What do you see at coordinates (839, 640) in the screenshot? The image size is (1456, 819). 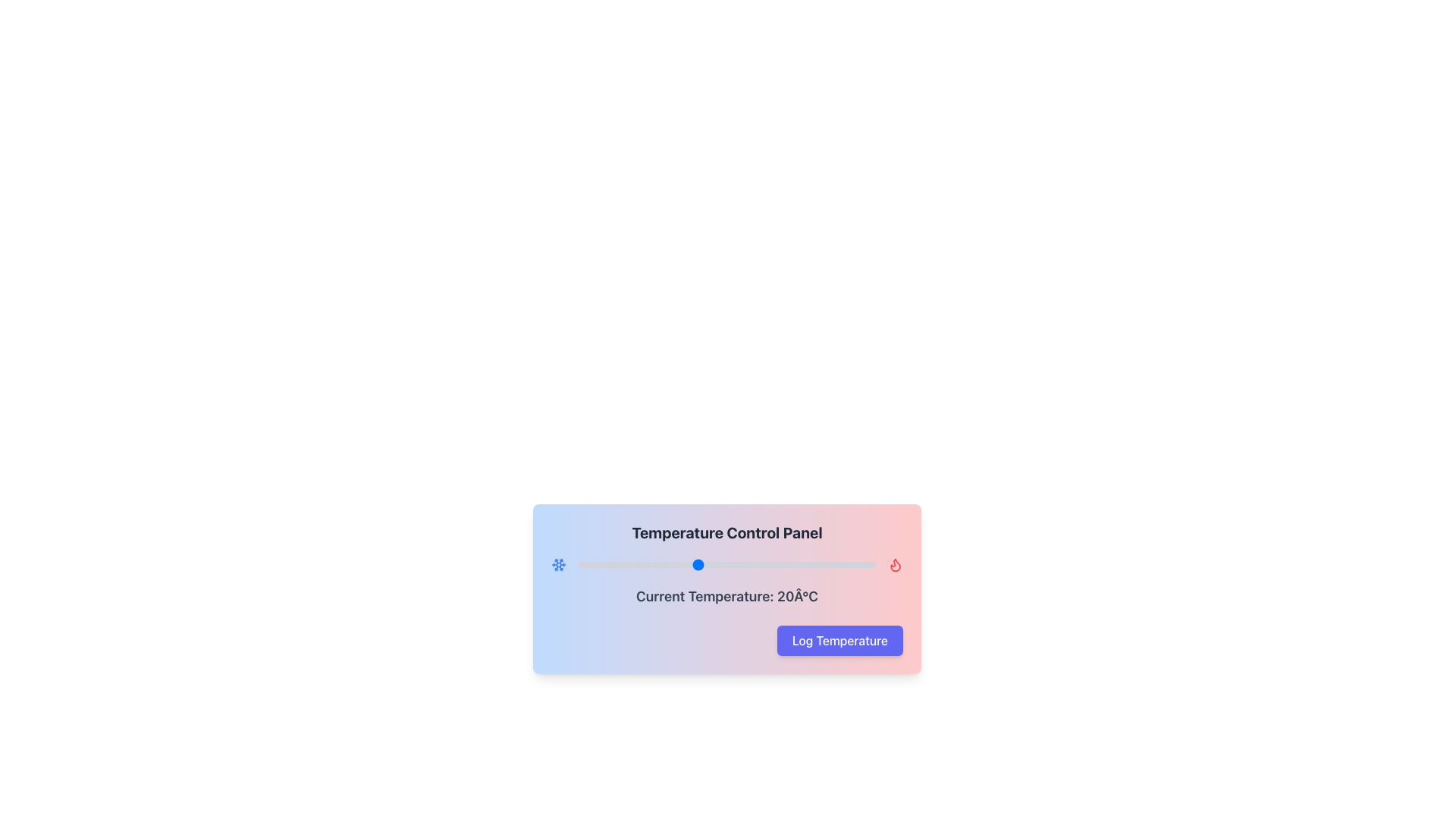 I see `the indigo 'Log Temperature' button with white text, located near the bottom right of the temperature control panel, to log the temperature` at bounding box center [839, 640].